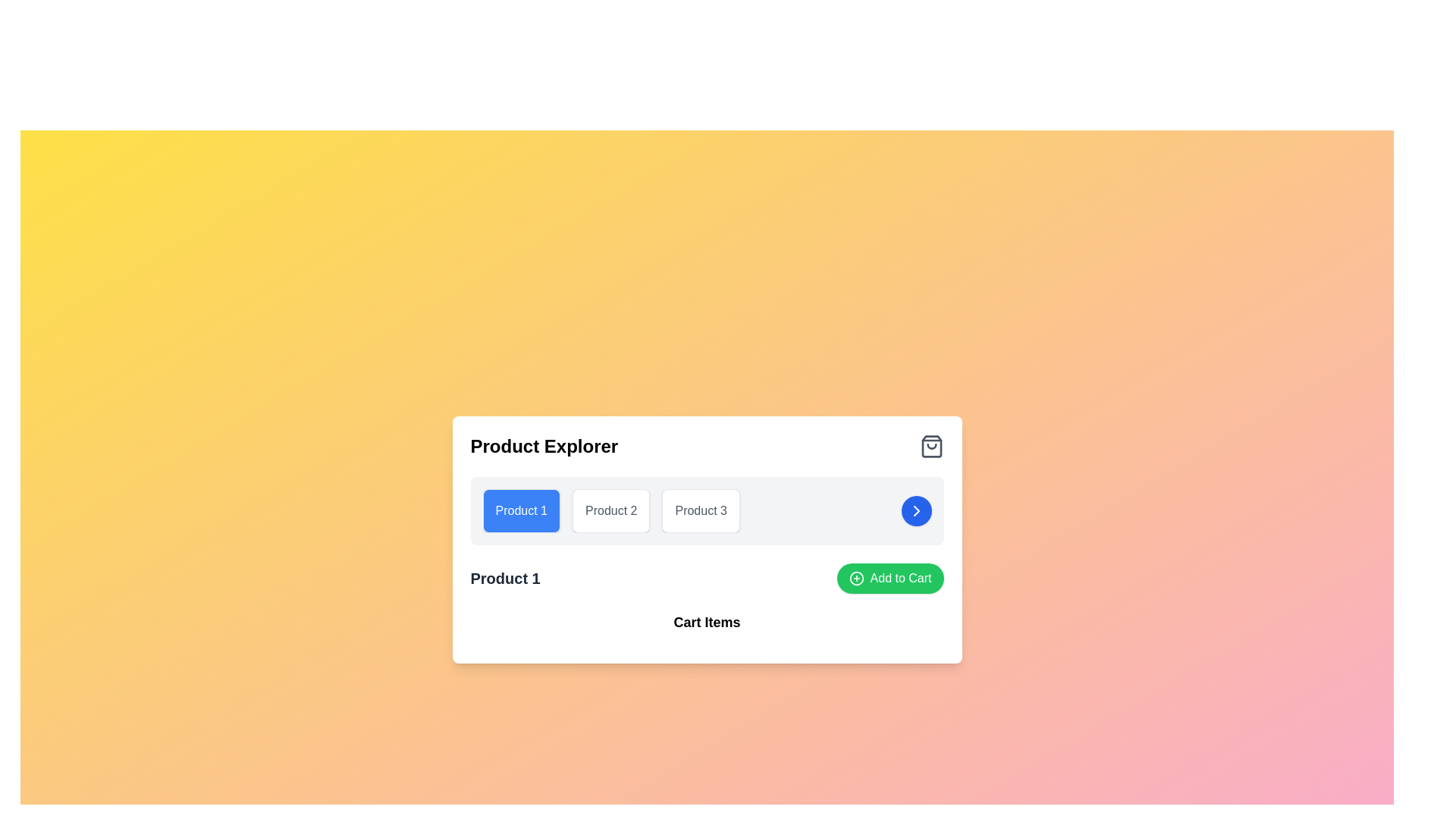 The width and height of the screenshot is (1456, 819). I want to click on the selectable product tile representing 'Product 2' in the 'Product Explorer' interface, so click(611, 511).